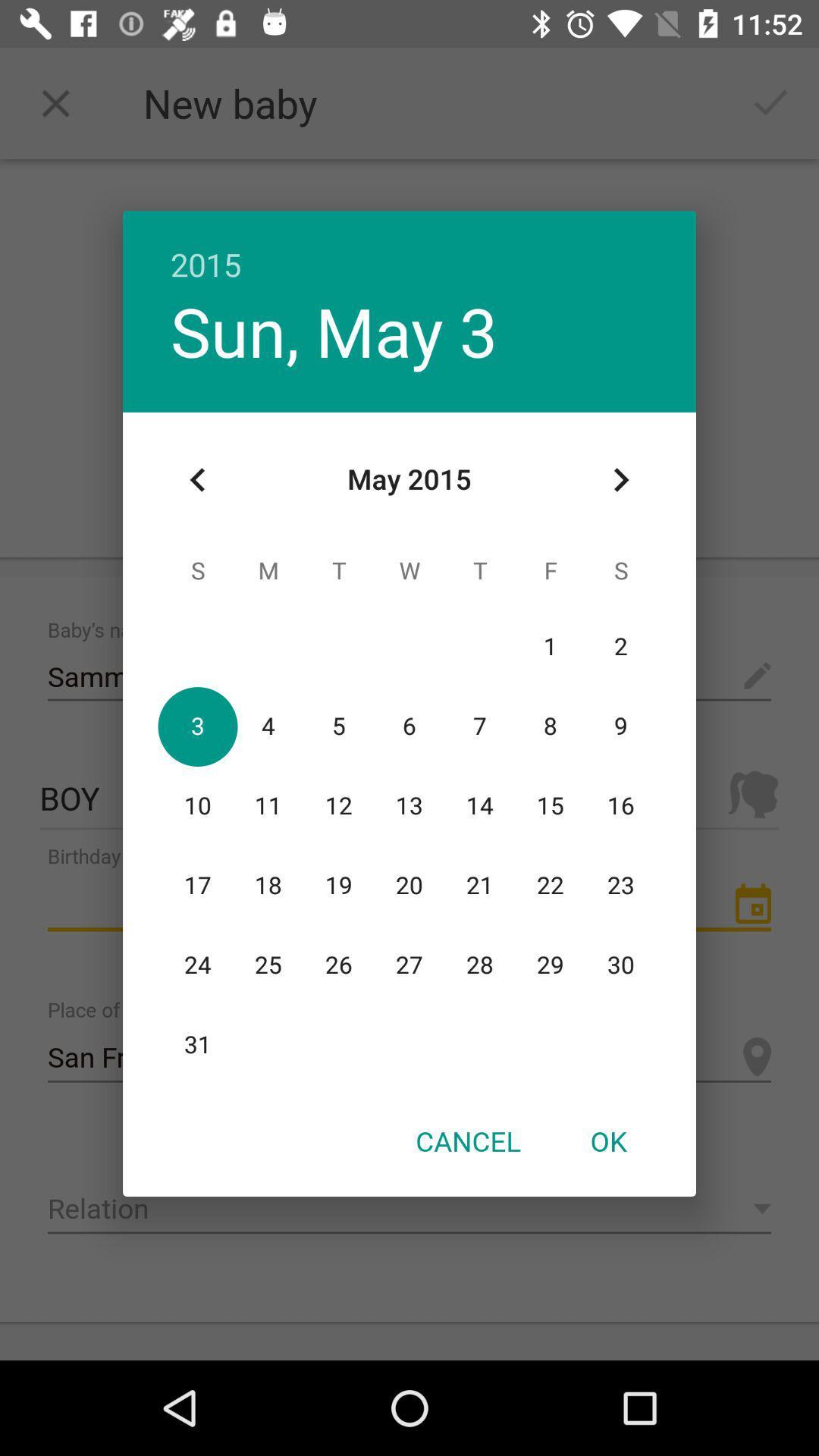 The image size is (819, 1456). I want to click on the icon above the sun, may 3 item, so click(409, 248).